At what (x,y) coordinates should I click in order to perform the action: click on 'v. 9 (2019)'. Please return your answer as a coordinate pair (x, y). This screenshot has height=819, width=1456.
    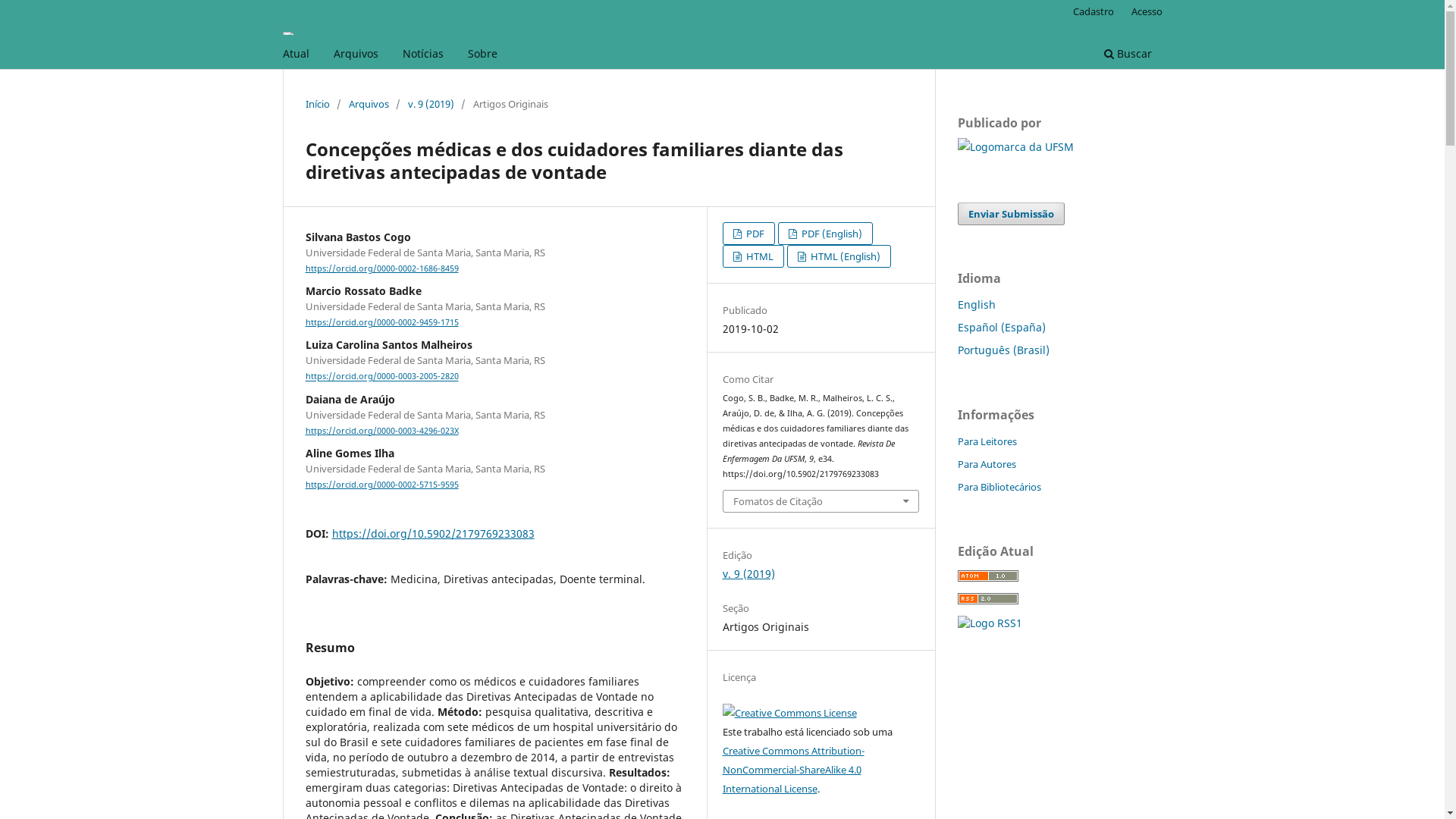
    Looking at the image, I should click on (722, 573).